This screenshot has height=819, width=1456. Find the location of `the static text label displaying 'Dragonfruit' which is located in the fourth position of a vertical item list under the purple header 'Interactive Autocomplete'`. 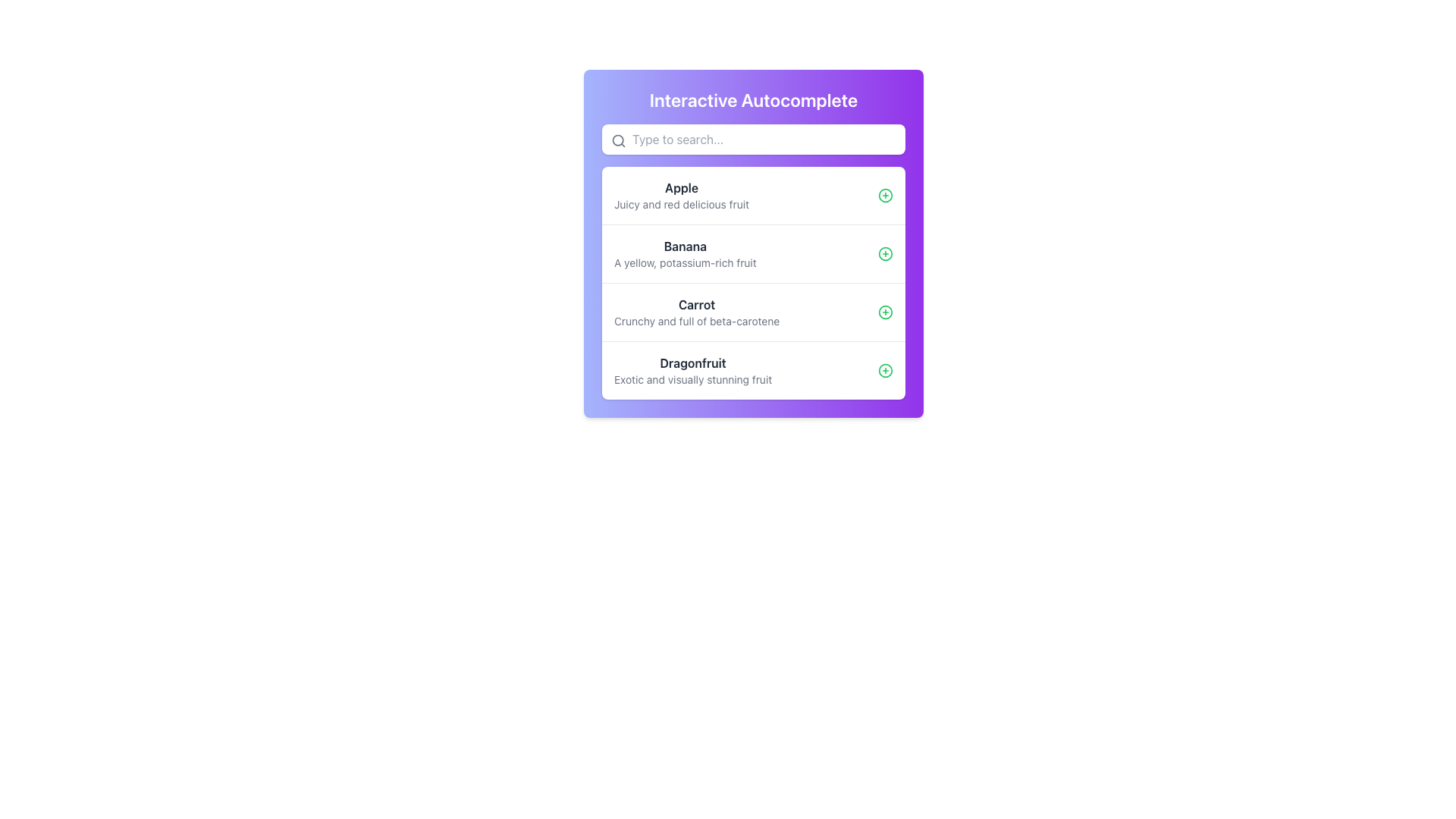

the static text label displaying 'Dragonfruit' which is located in the fourth position of a vertical item list under the purple header 'Interactive Autocomplete' is located at coordinates (692, 362).